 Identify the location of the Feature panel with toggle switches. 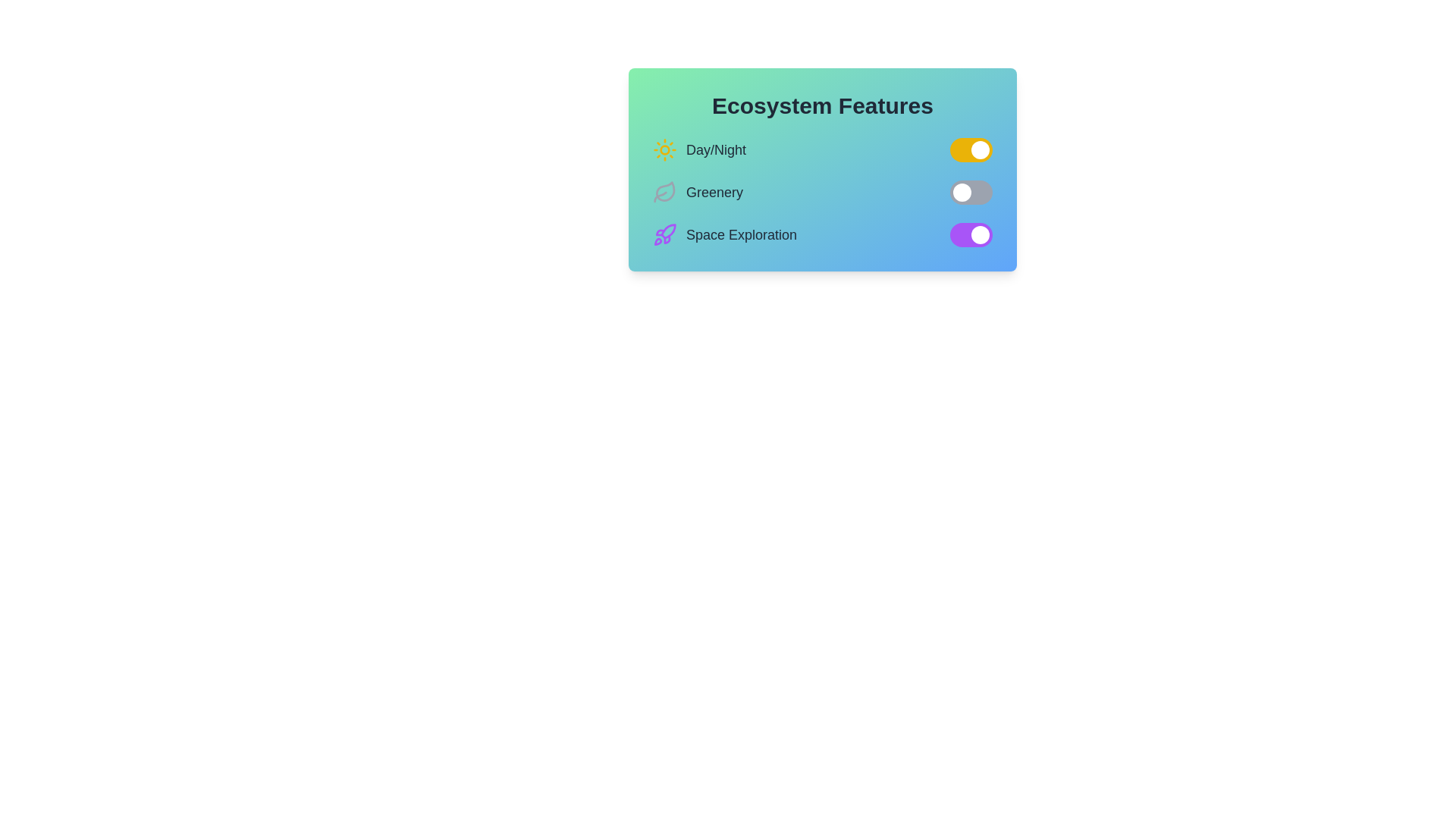
(821, 169).